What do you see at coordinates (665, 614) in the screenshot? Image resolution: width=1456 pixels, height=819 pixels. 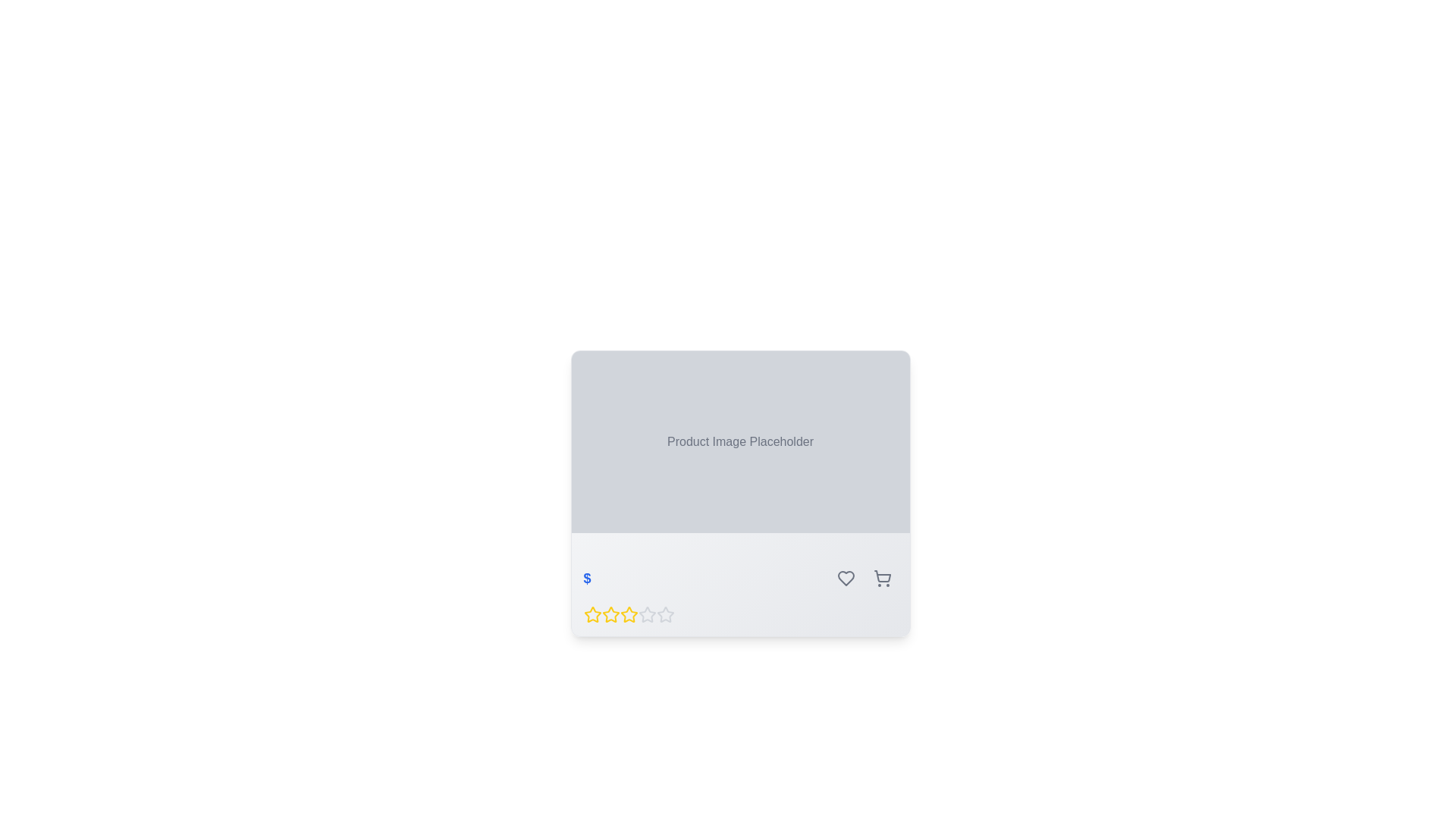 I see `the fifth star icon in the rating component` at bounding box center [665, 614].